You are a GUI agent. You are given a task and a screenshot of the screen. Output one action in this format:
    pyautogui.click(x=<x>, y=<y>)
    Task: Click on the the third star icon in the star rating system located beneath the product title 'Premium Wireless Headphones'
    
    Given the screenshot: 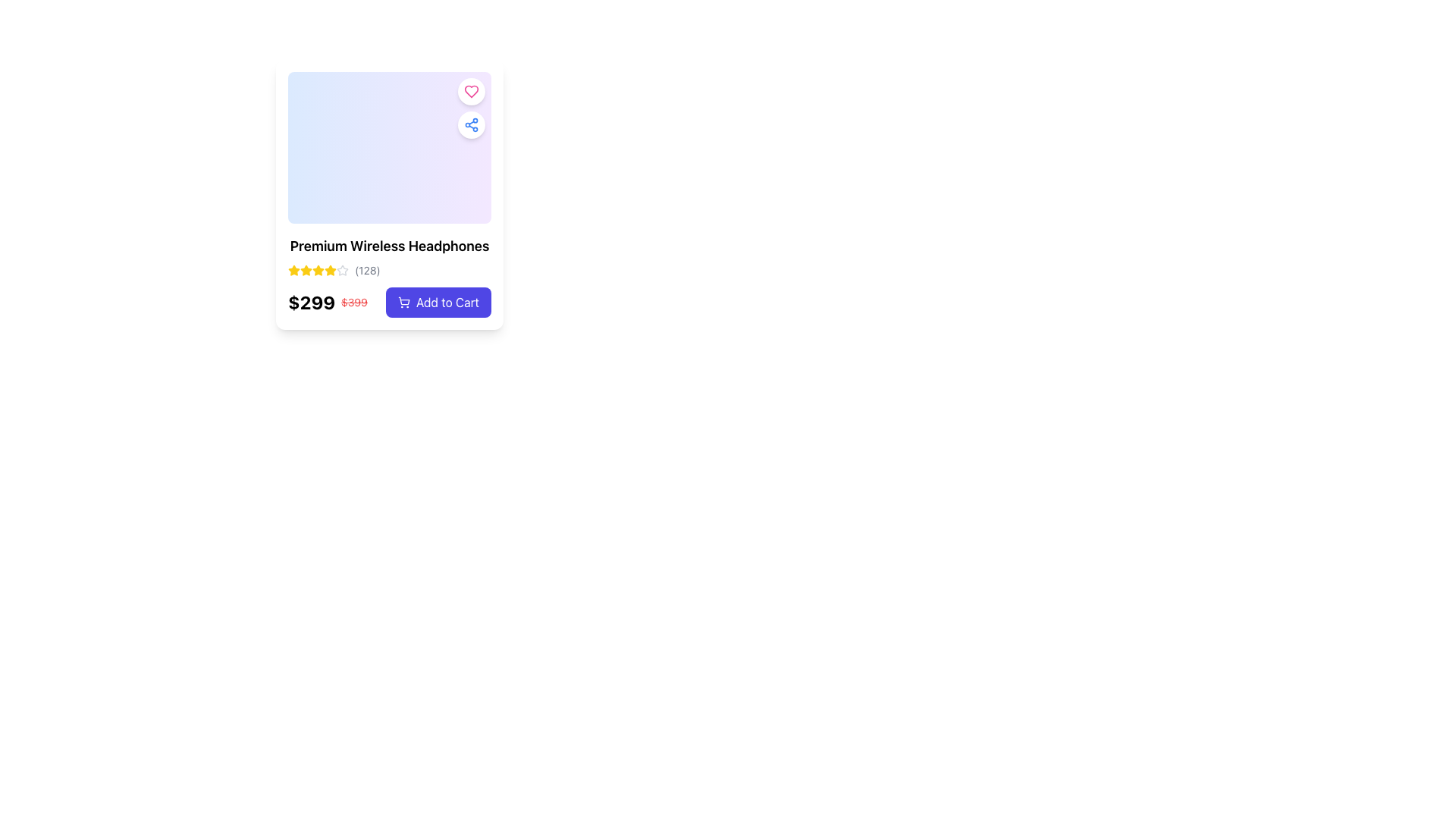 What is the action you would take?
    pyautogui.click(x=341, y=269)
    